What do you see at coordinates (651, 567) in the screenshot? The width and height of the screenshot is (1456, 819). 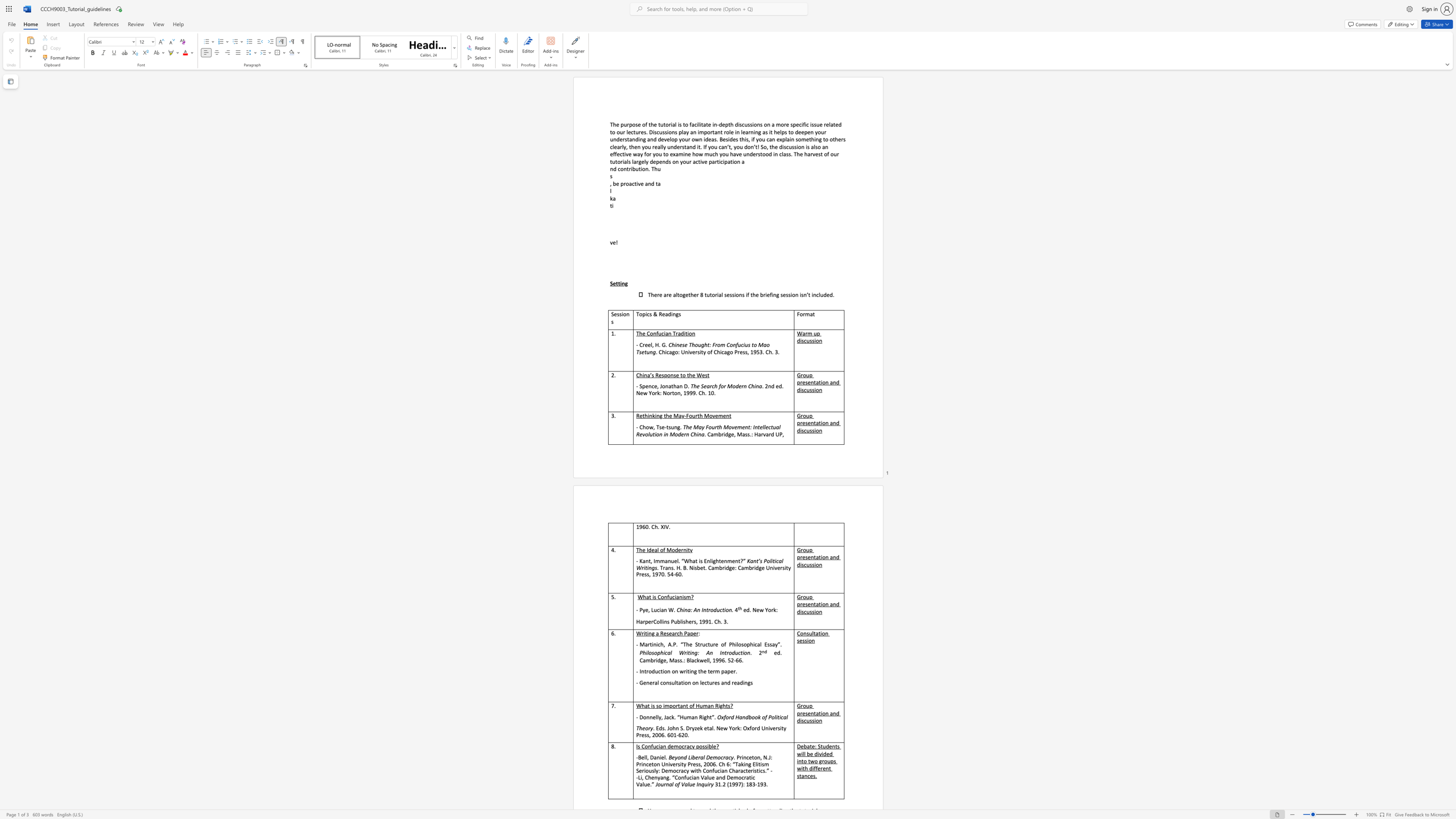 I see `the subset text "gs" within the text "Kant’s Political Writings"` at bounding box center [651, 567].